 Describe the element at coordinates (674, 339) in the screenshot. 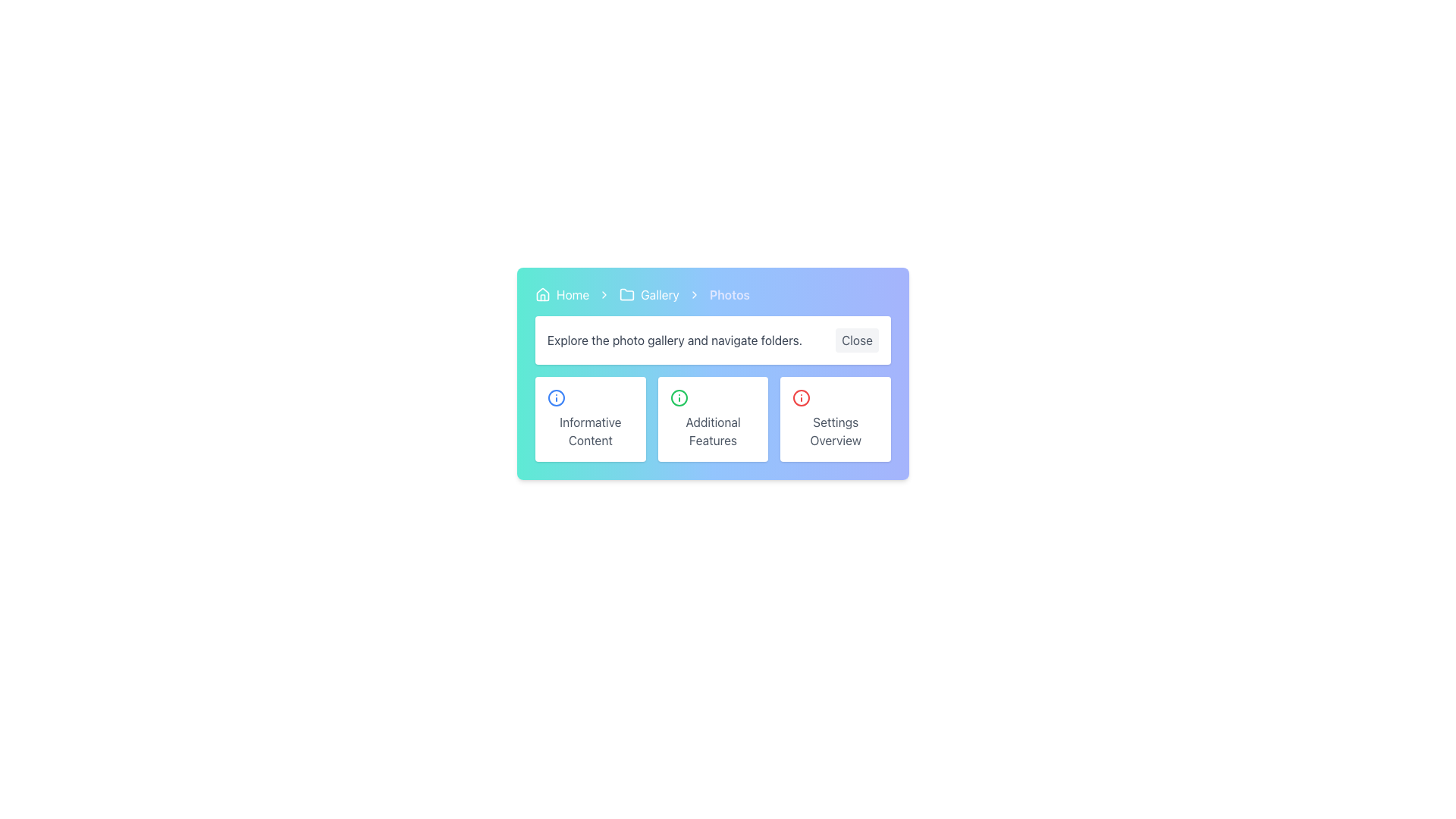

I see `the static text label displaying 'Explore the photo gallery and navigate folders.' which is positioned to the left of the 'Close' button` at that location.